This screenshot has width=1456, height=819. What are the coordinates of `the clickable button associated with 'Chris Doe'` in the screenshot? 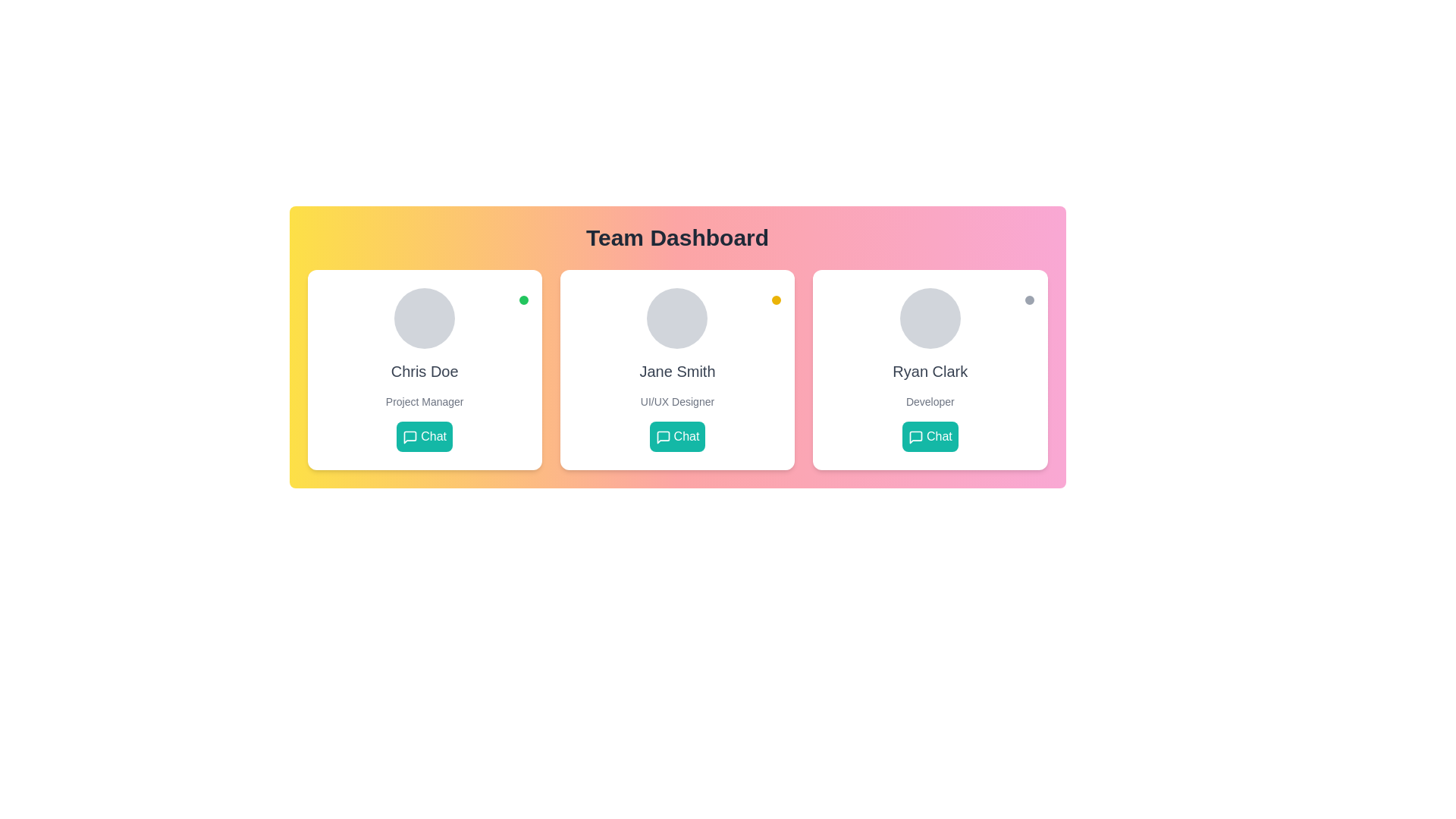 It's located at (425, 436).